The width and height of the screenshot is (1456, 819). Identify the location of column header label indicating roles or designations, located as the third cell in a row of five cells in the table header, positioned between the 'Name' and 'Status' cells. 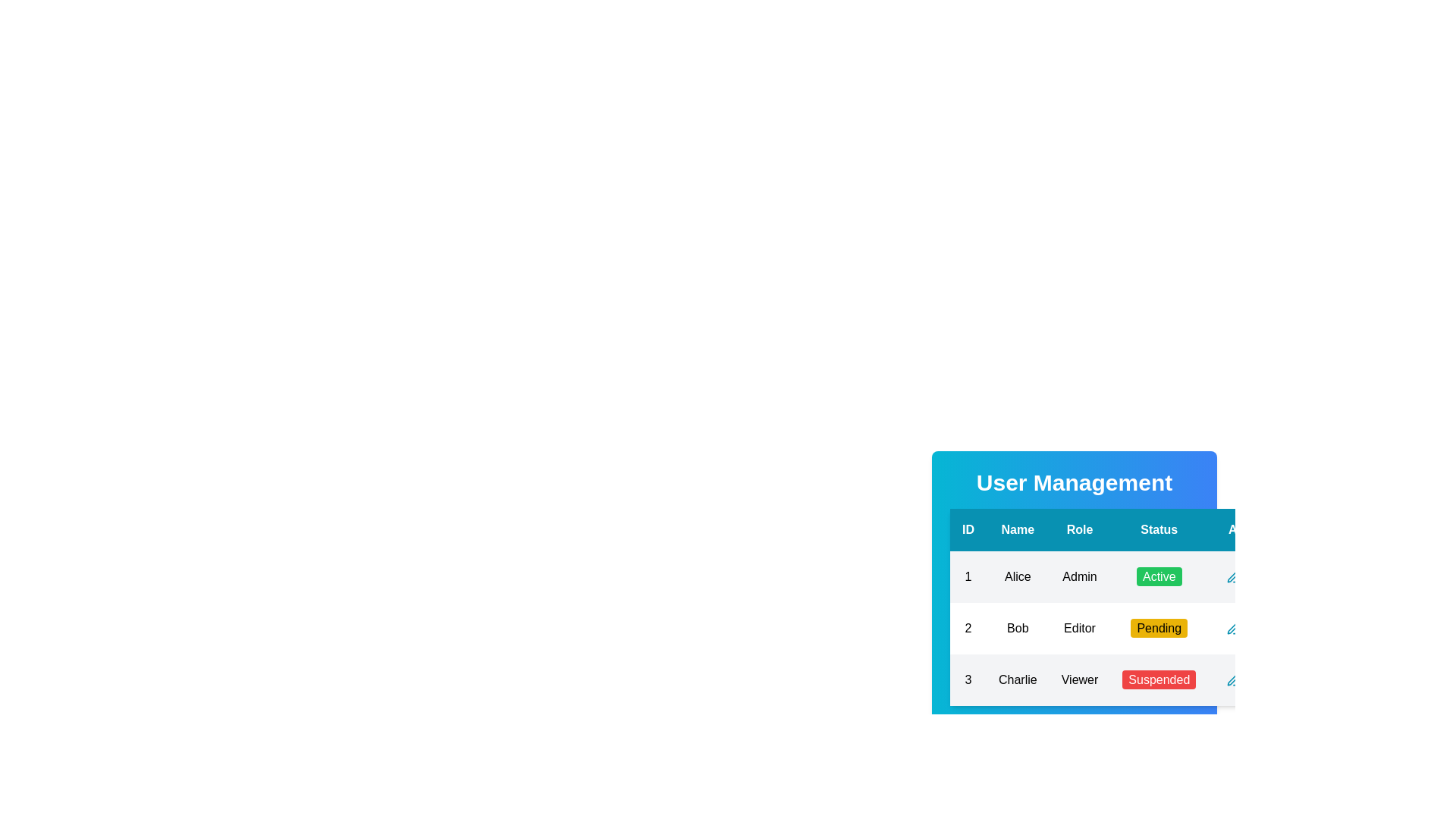
(1079, 529).